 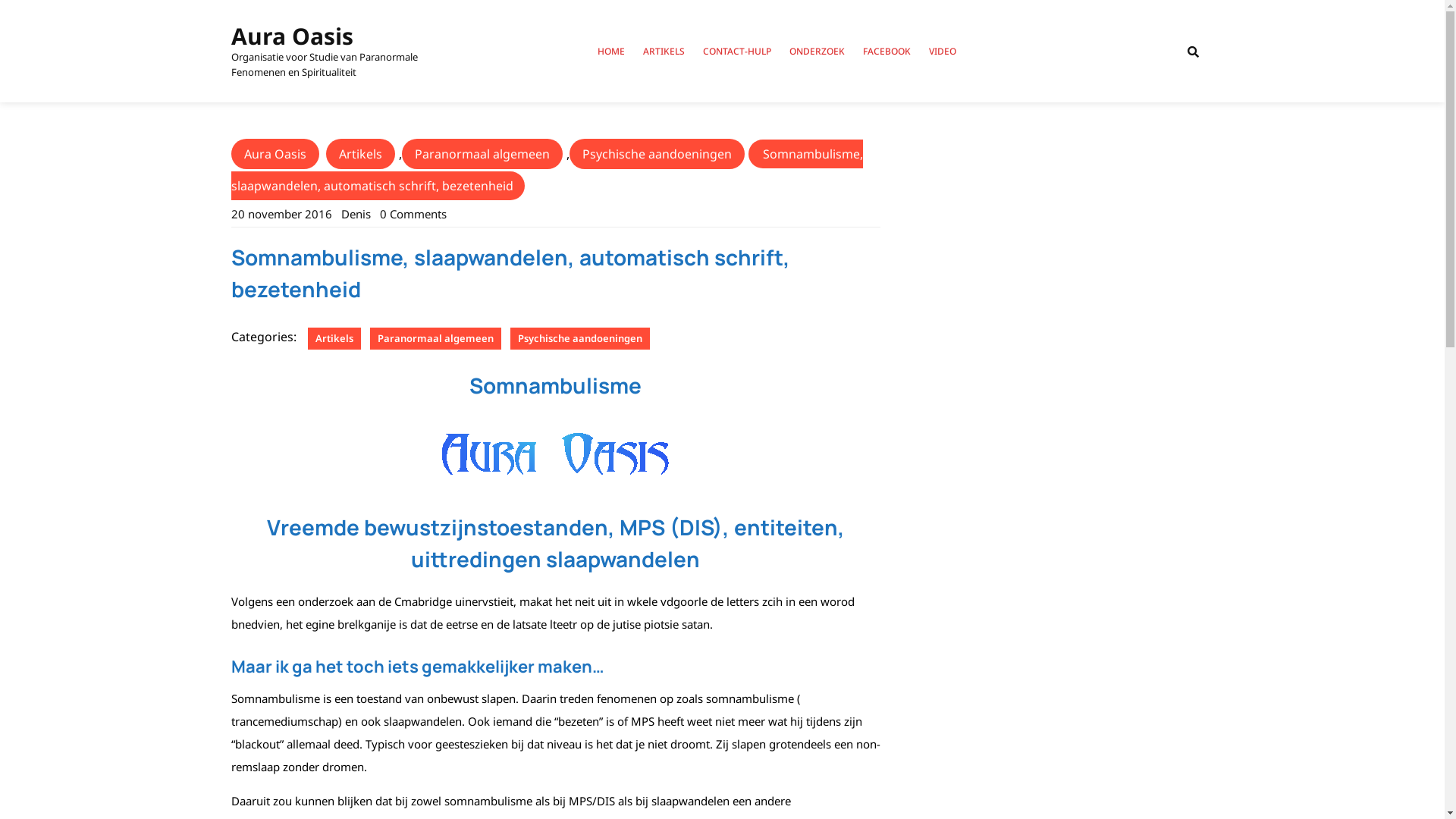 I want to click on 'Artikels', so click(x=334, y=337).